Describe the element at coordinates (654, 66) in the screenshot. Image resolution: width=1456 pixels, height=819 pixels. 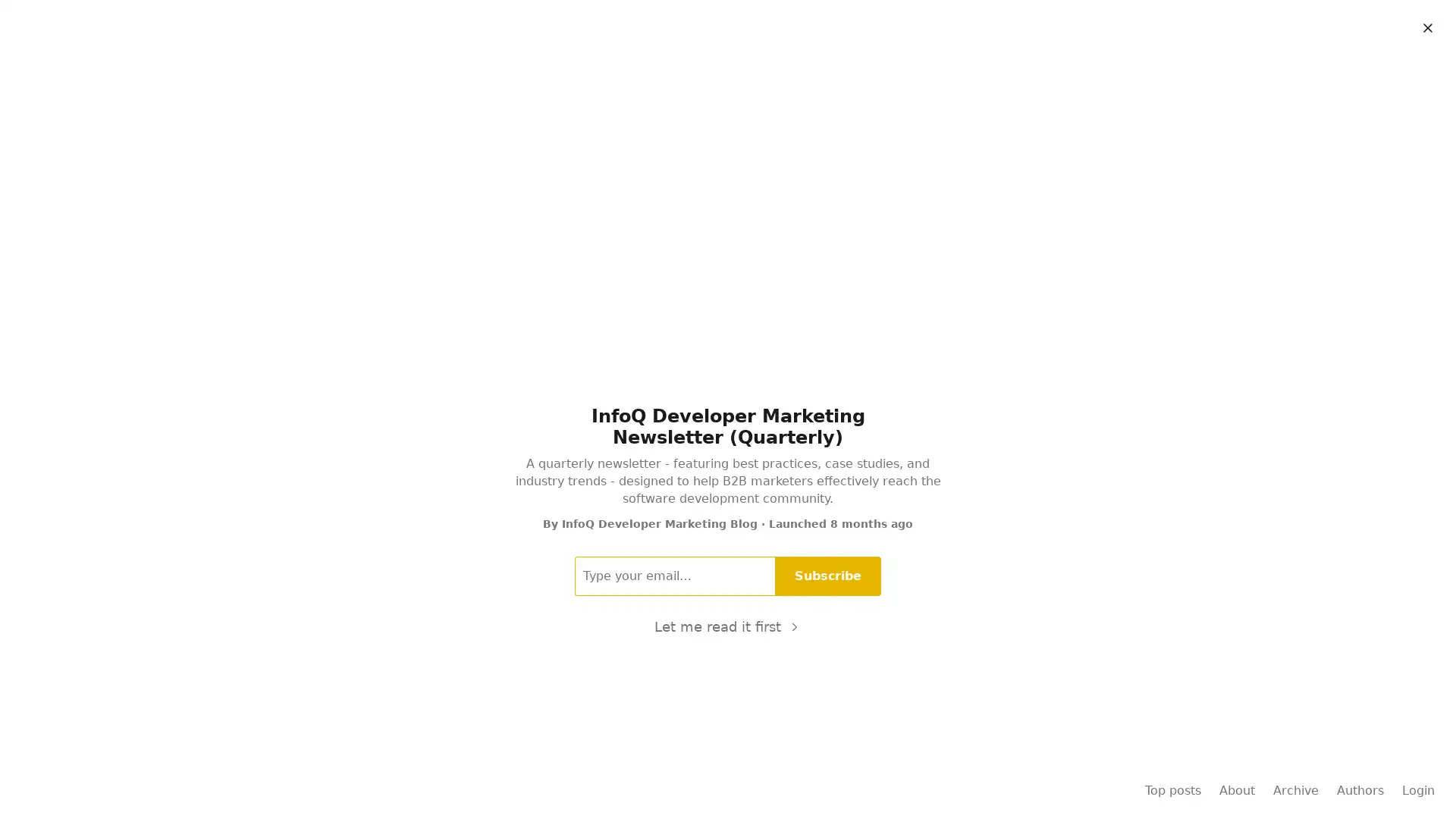
I see `Media Kit` at that location.